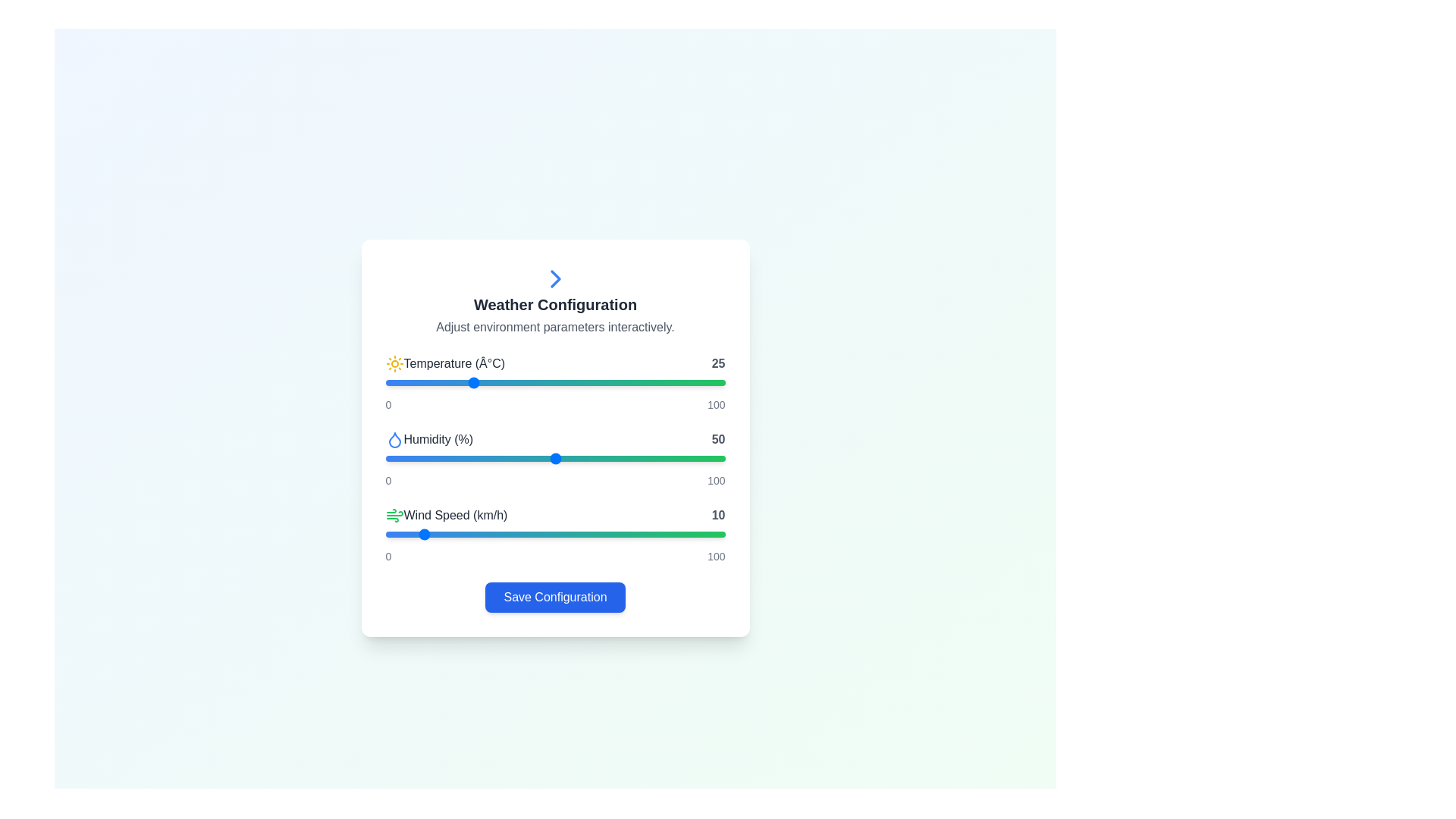 The height and width of the screenshot is (819, 1456). I want to click on the label for configuring wind speed in kilometers per hour, located at the bottom of the 'Weather Configuration' interface, just above the numerical input with the value '10.', so click(446, 514).